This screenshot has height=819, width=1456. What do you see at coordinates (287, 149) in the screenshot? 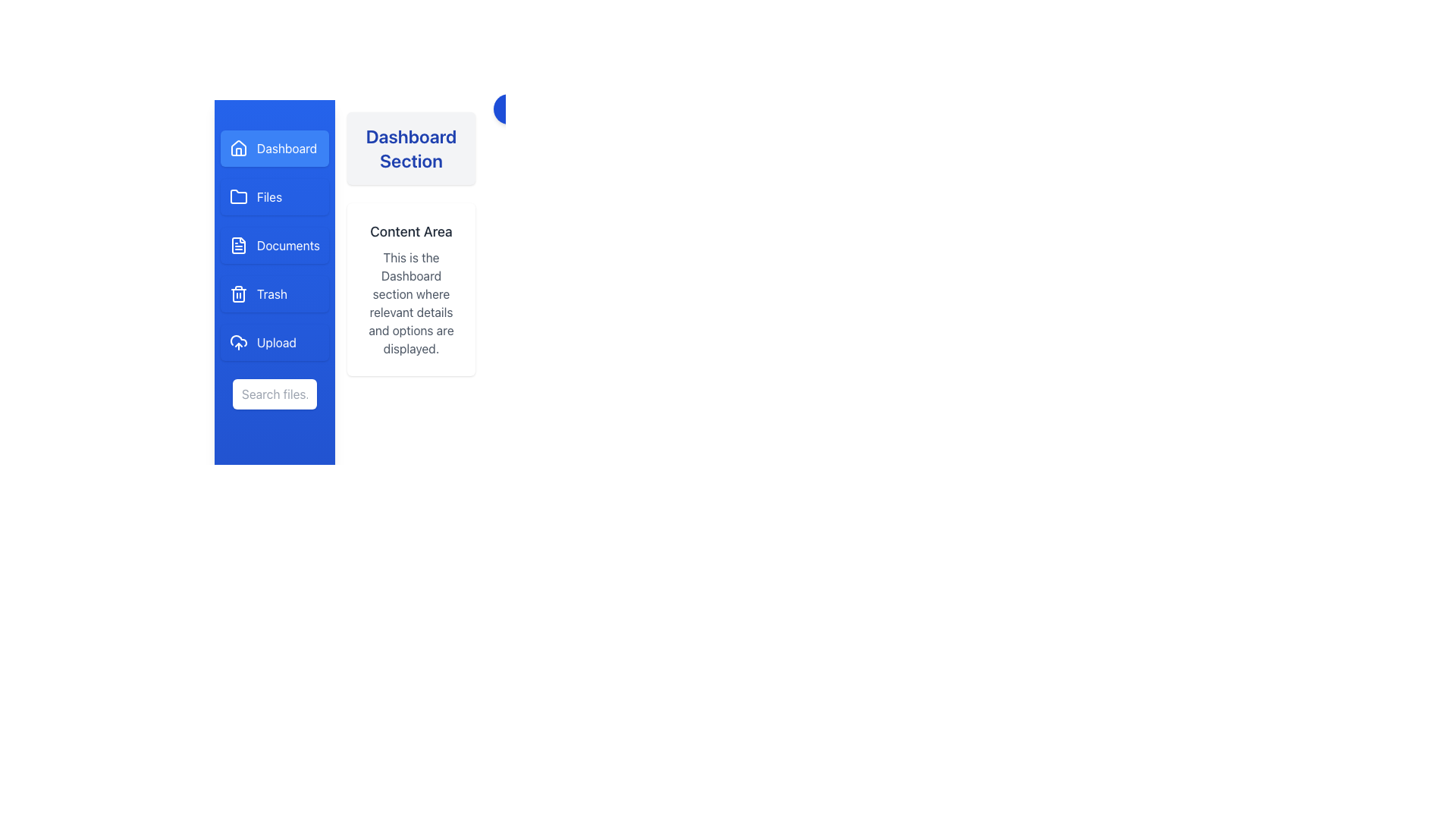
I see `text content of the 'Dashboard' label, which is displayed in white on a blue background within the vertical navigation bar on the left side of the interface` at bounding box center [287, 149].